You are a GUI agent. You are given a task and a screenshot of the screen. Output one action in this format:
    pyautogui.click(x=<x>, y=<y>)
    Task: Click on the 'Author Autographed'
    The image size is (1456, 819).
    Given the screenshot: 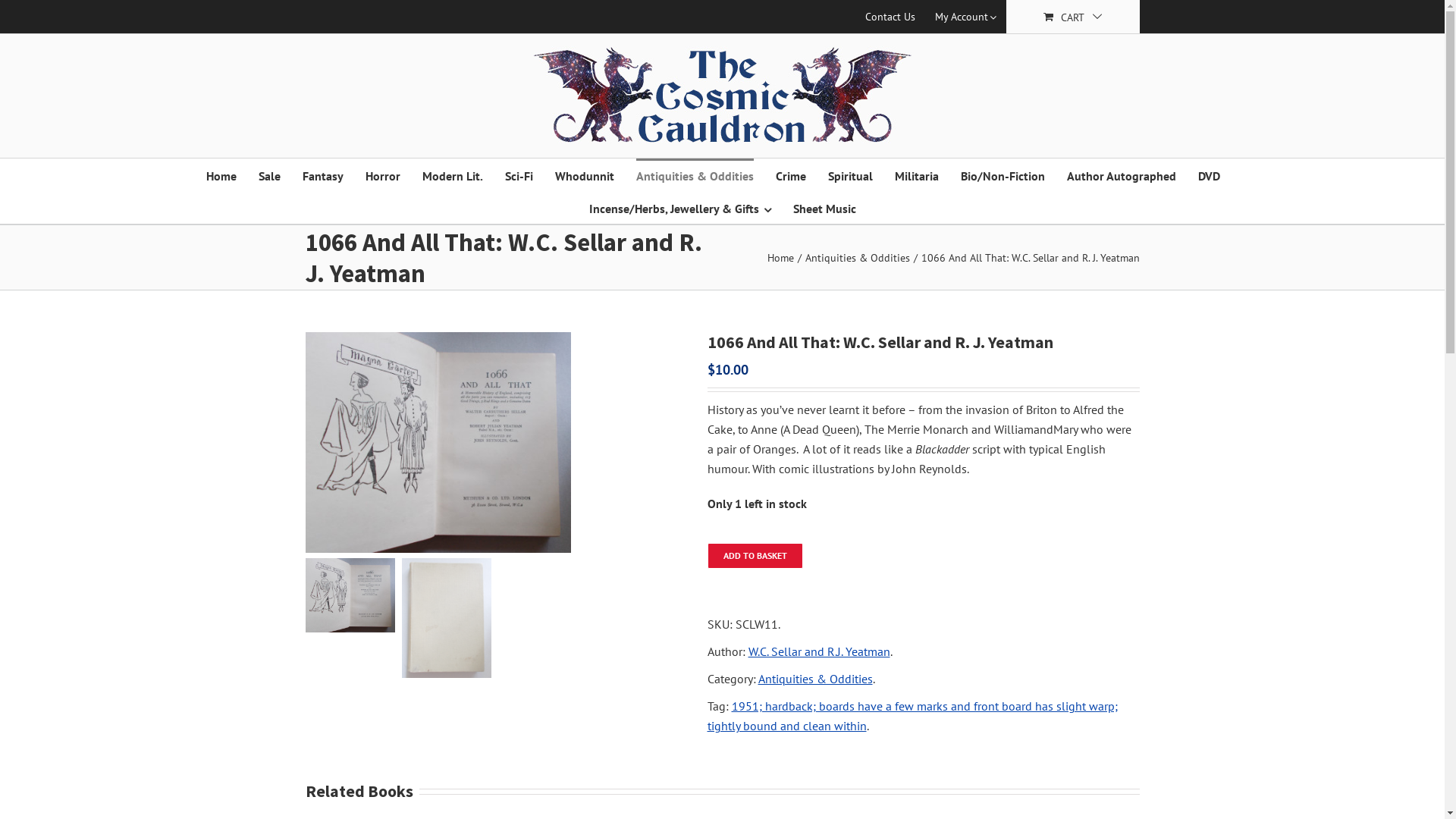 What is the action you would take?
    pyautogui.click(x=1121, y=174)
    